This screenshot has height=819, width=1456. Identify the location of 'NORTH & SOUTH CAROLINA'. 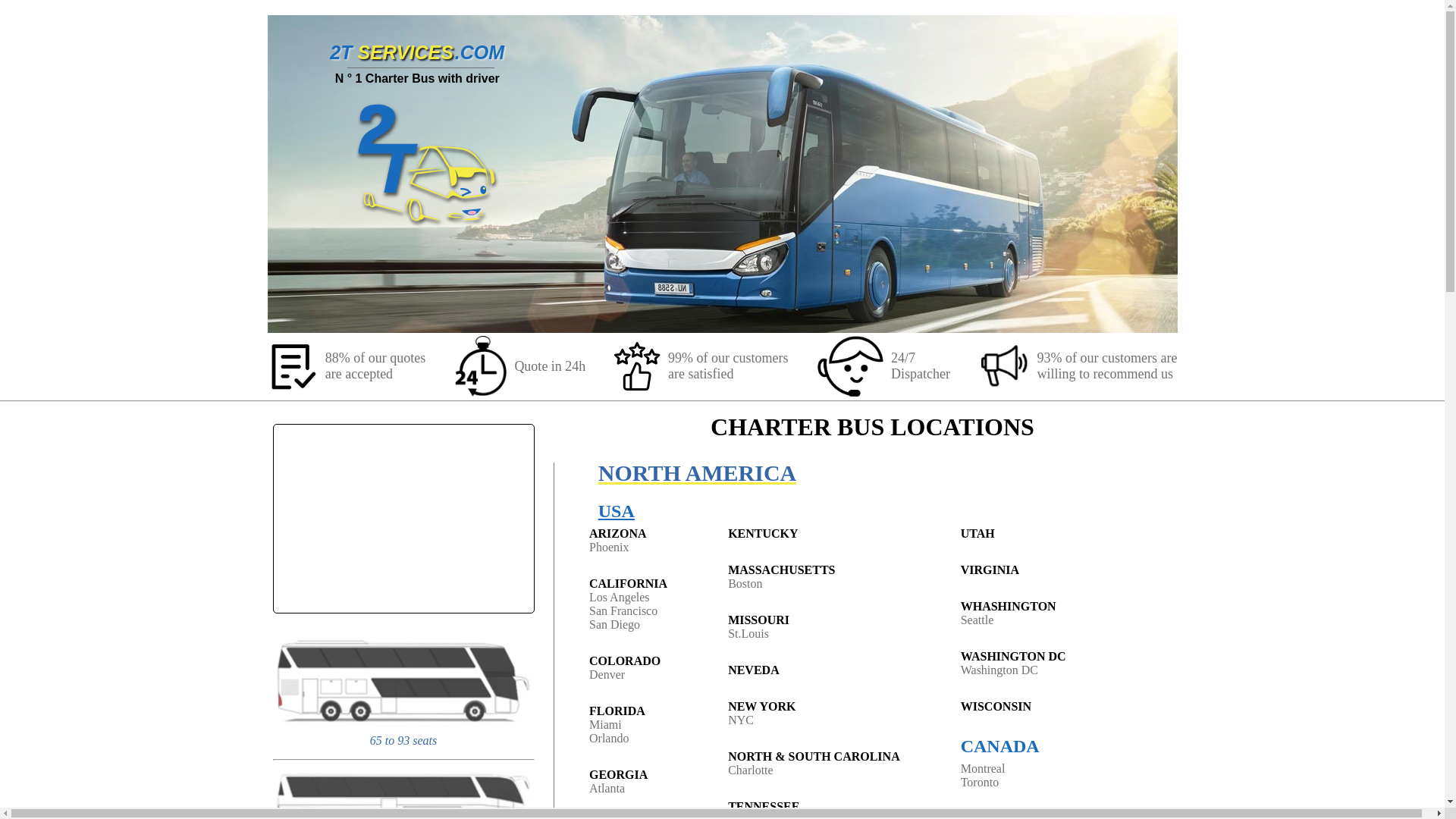
(813, 756).